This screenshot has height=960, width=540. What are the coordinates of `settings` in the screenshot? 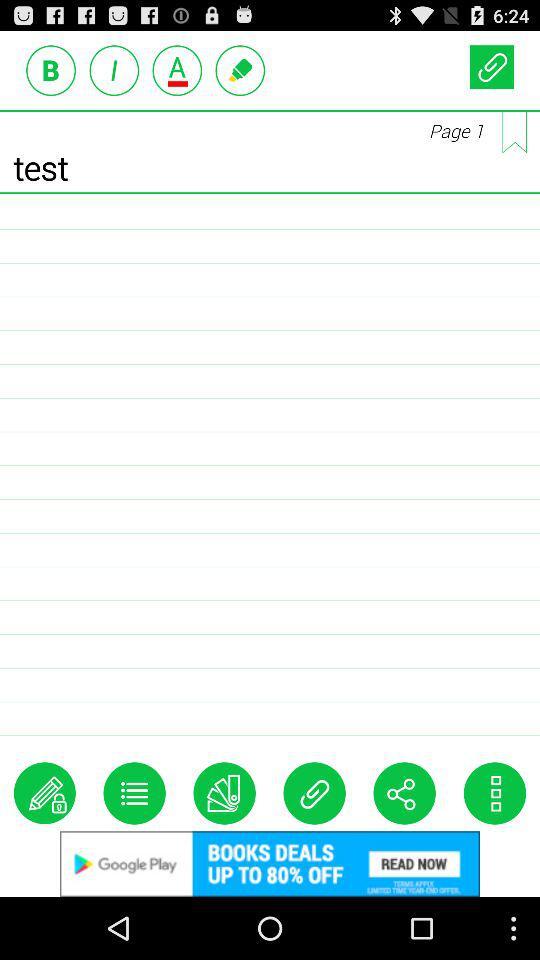 It's located at (134, 793).